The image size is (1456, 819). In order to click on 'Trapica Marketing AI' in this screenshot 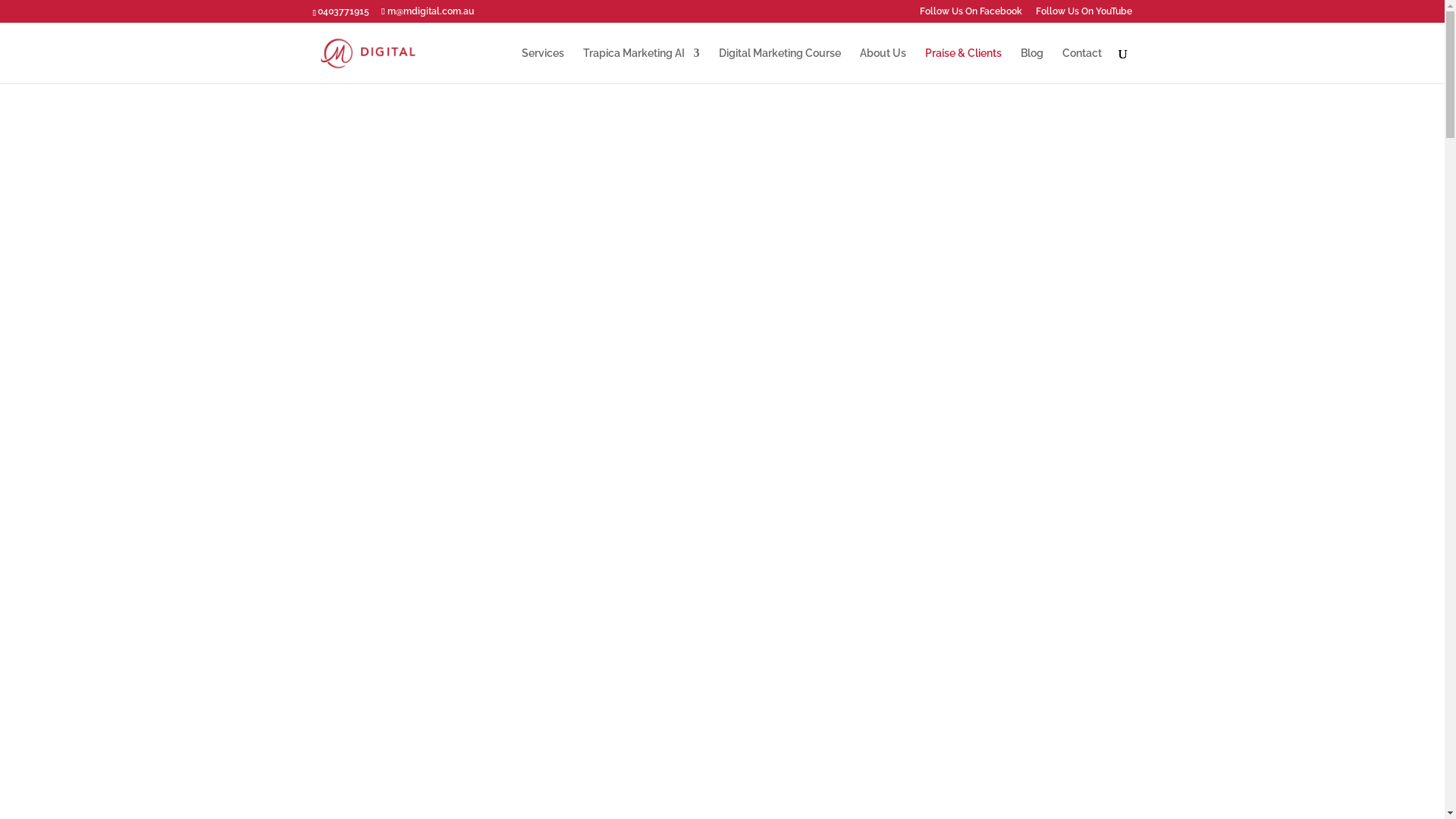, I will do `click(640, 64)`.